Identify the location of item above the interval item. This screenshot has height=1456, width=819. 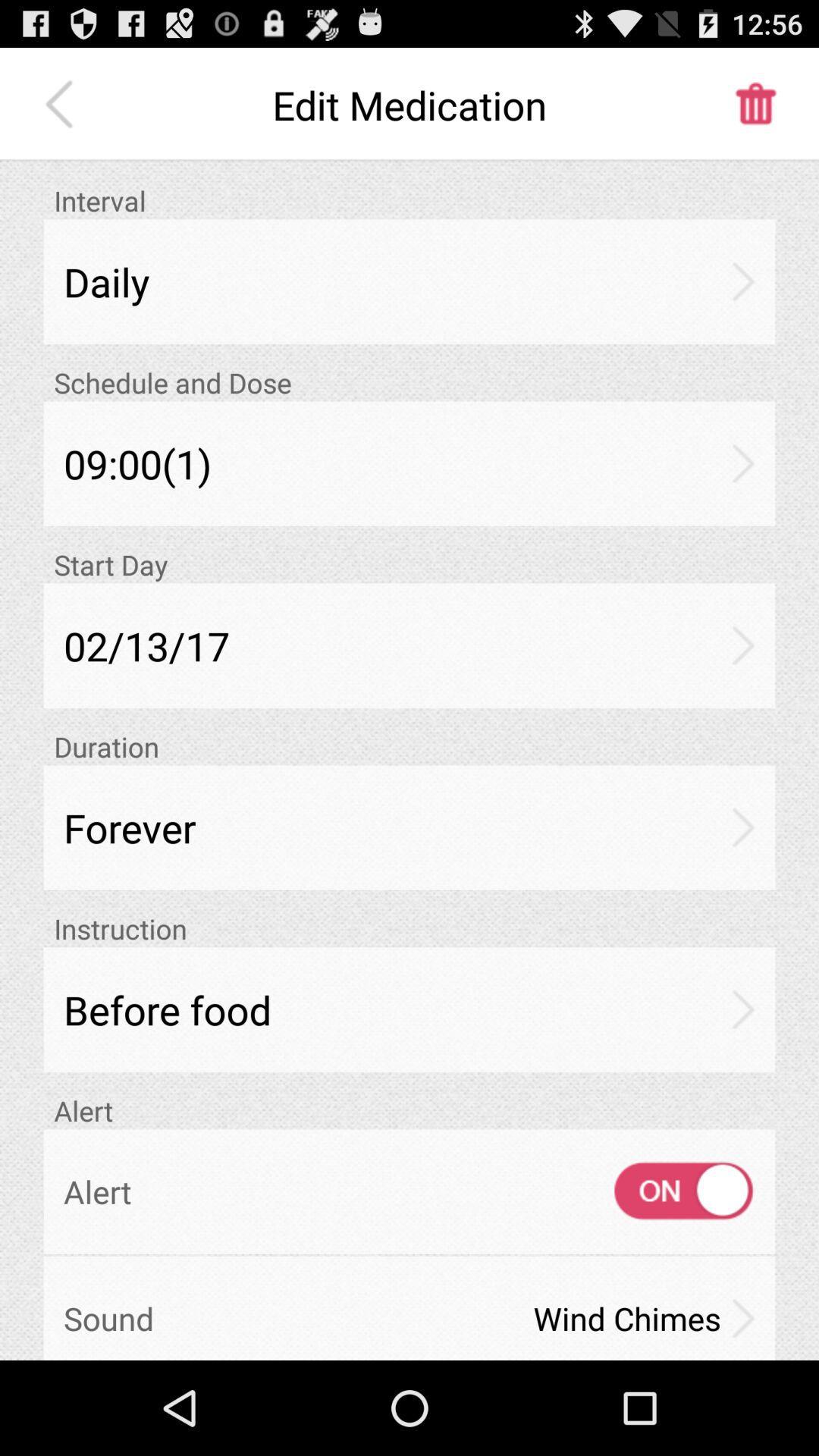
(62, 104).